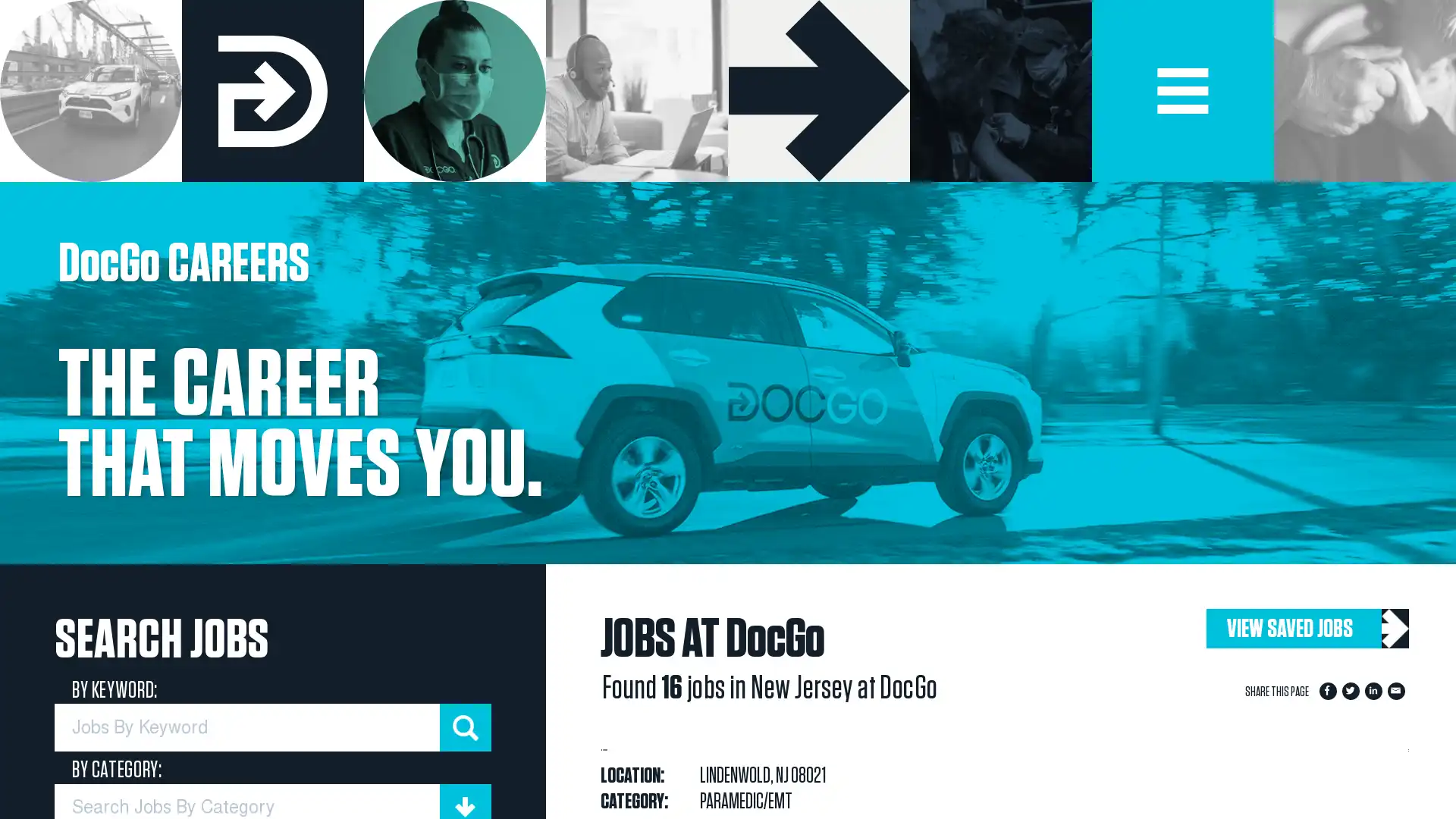  Describe the element at coordinates (1336, 690) in the screenshot. I see `Share to Facebook` at that location.